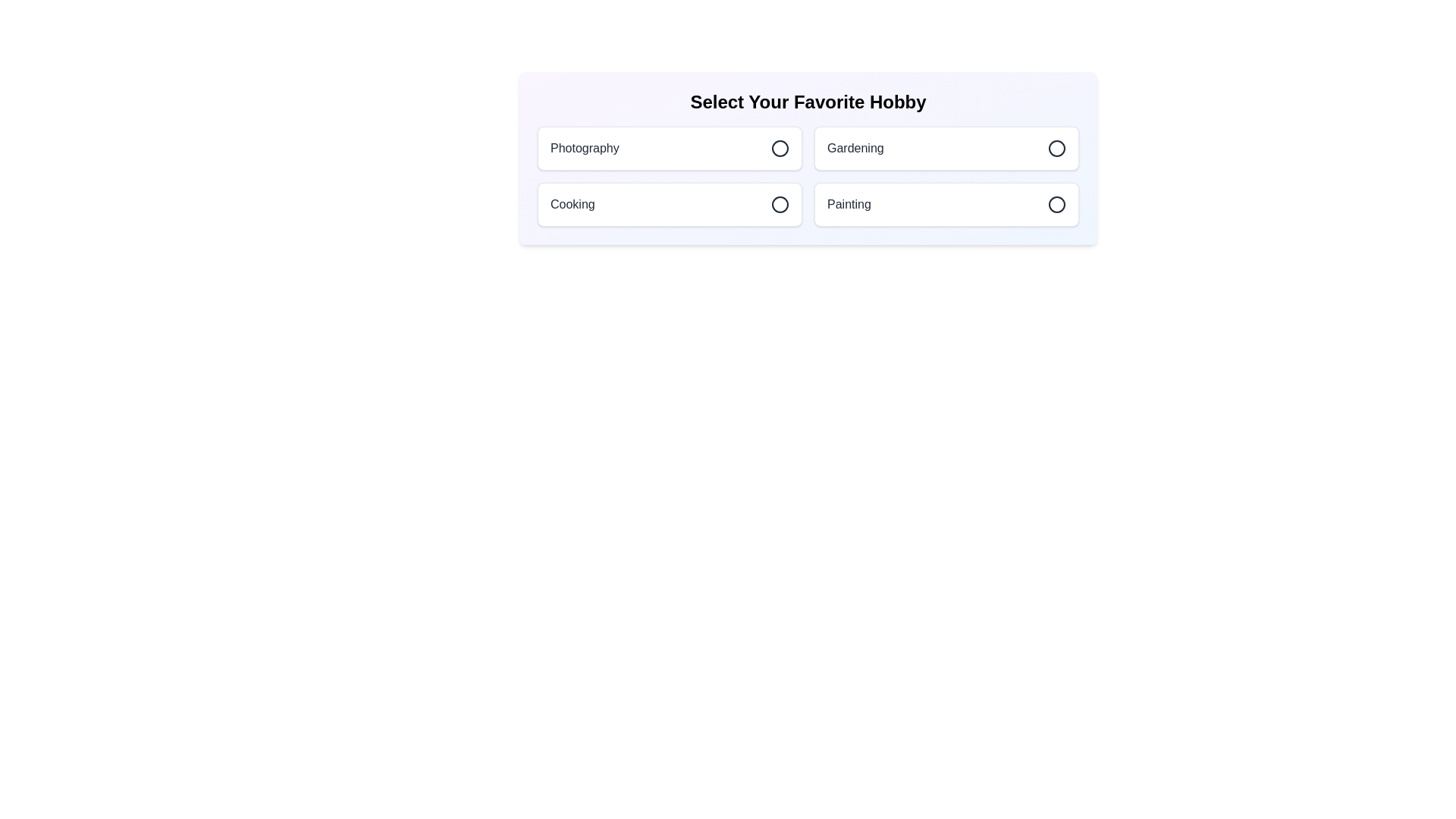 The image size is (1456, 819). I want to click on the radio button for the 'Gardening' hobby option located near the top-right of the second column in the card titled 'Select Your Favorite Hobby', so click(1056, 149).